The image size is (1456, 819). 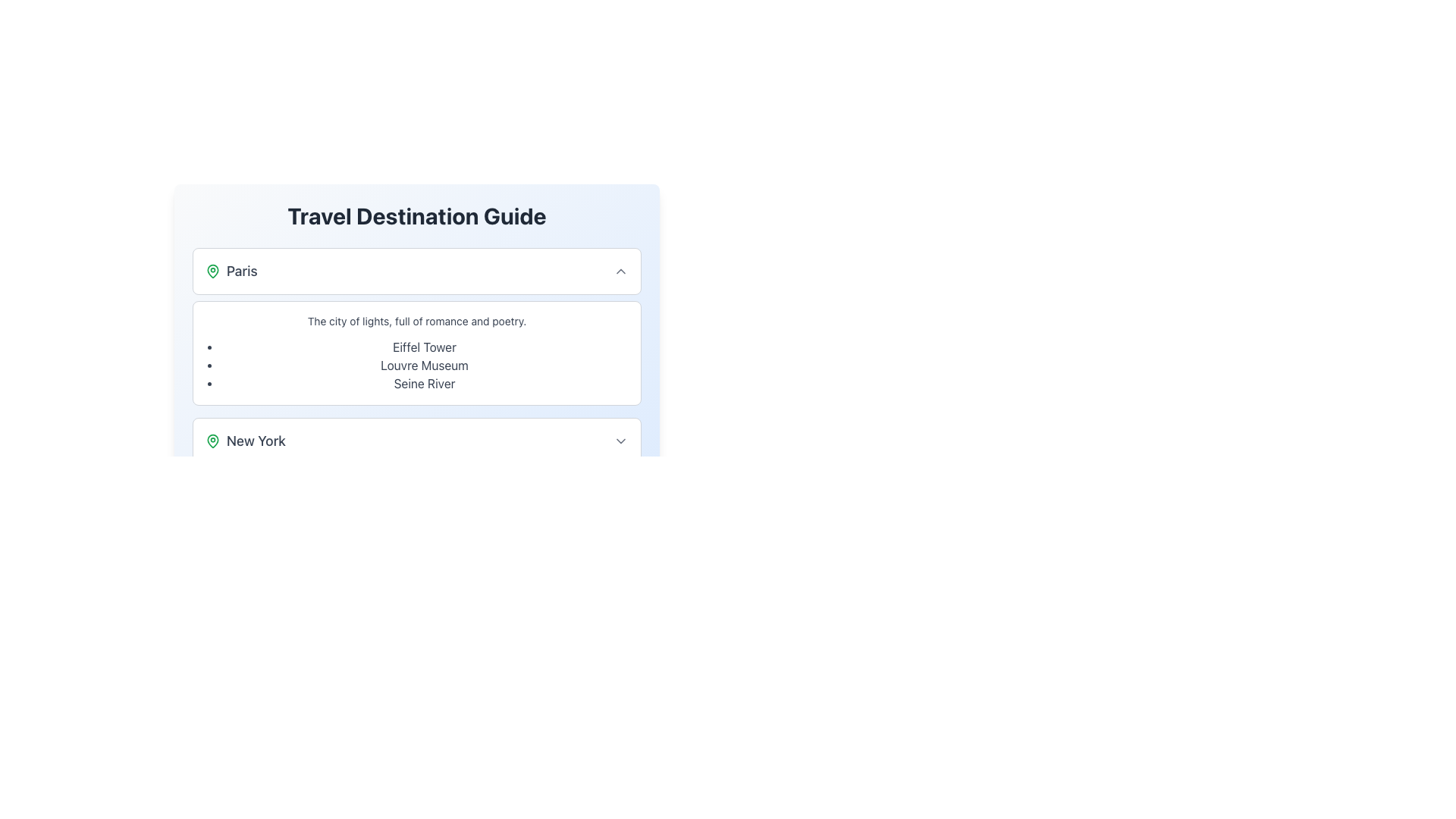 What do you see at coordinates (425, 366) in the screenshot?
I see `the list item that provides information about the Louvre Museum, located between the Eiffel Tower and the Seine River in the Paris travel guide section` at bounding box center [425, 366].